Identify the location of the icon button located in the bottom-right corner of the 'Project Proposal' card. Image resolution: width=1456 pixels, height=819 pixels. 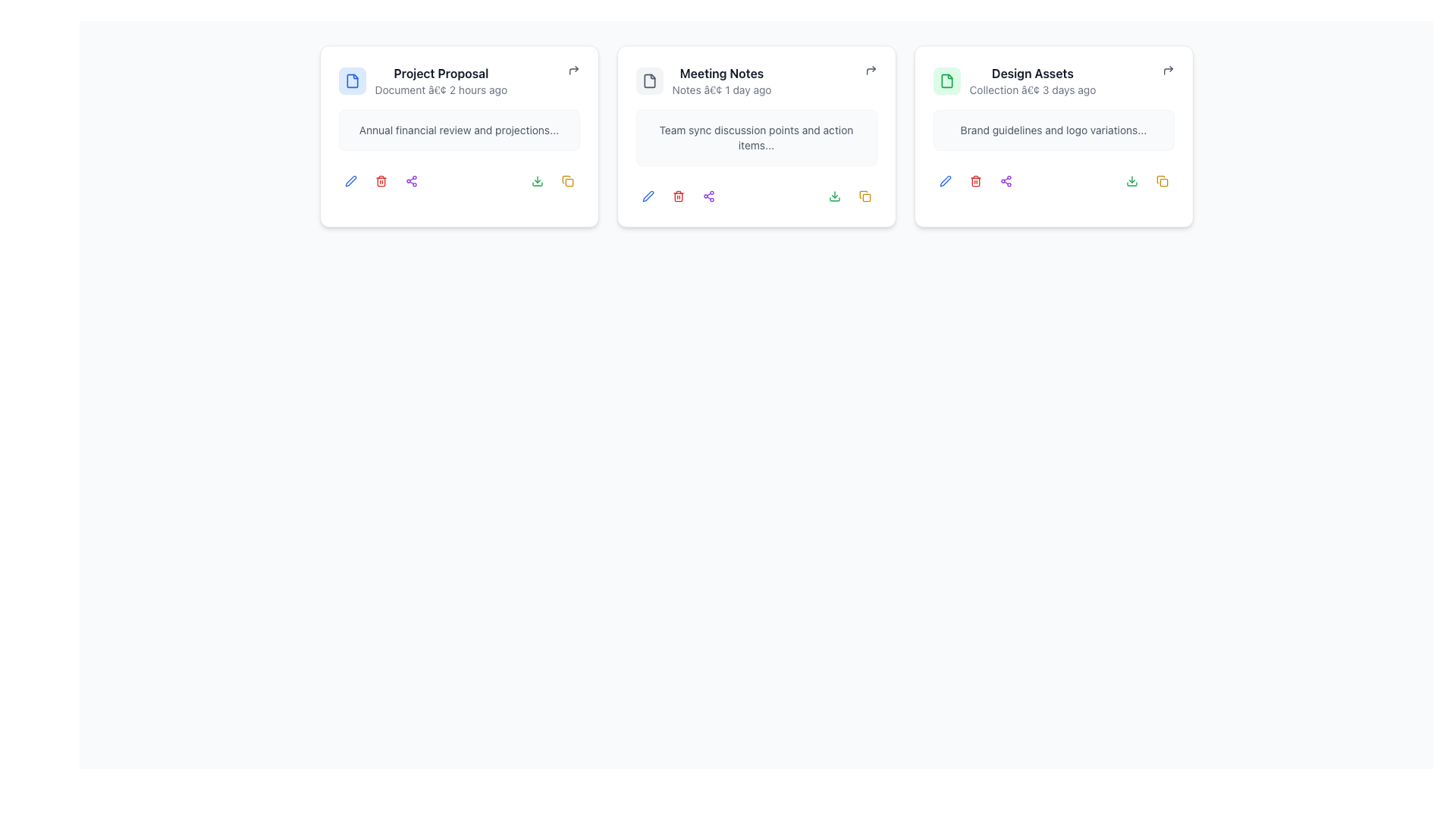
(411, 180).